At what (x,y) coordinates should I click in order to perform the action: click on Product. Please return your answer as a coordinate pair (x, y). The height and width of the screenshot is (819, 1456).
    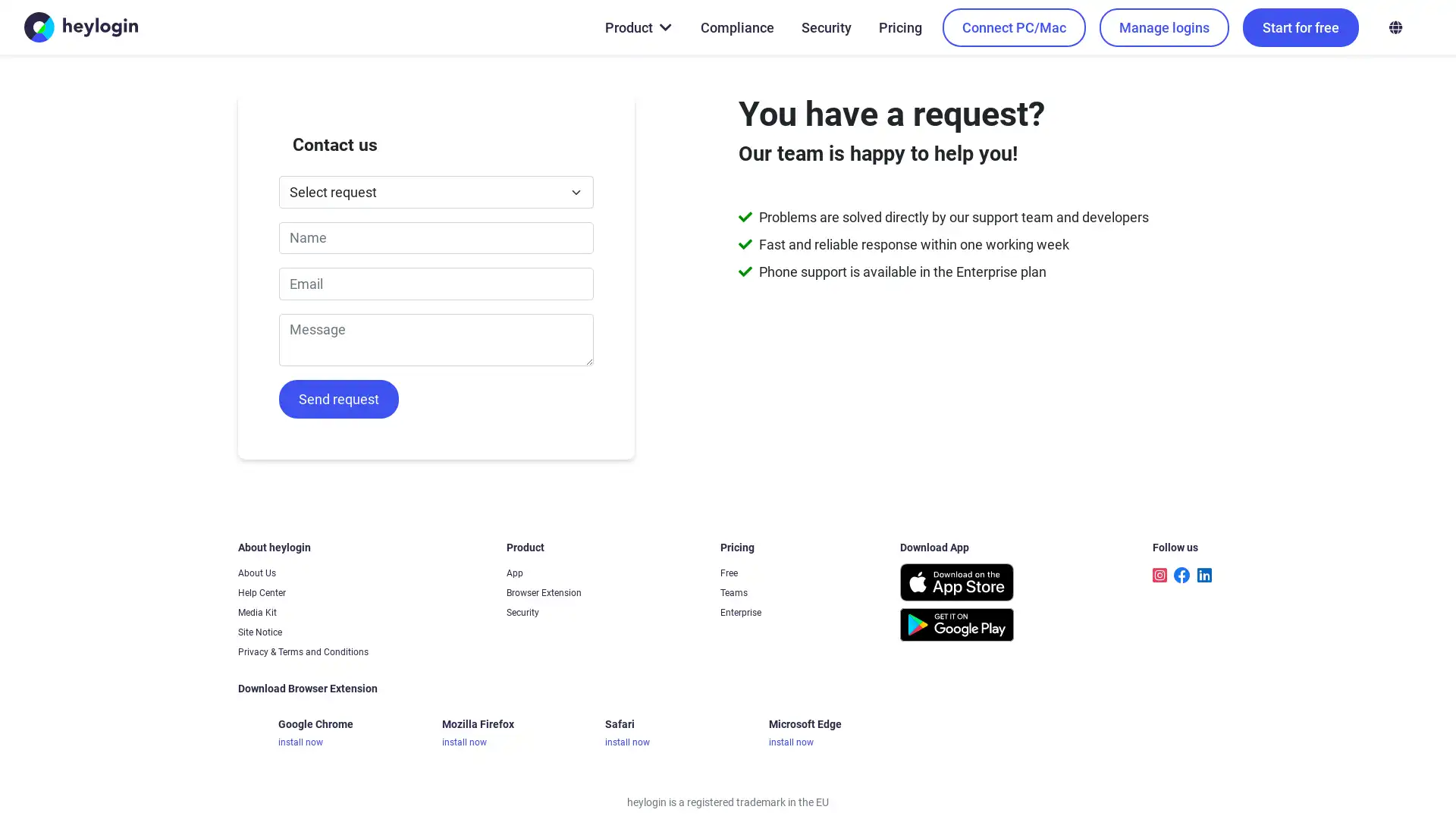
    Looking at the image, I should click on (637, 27).